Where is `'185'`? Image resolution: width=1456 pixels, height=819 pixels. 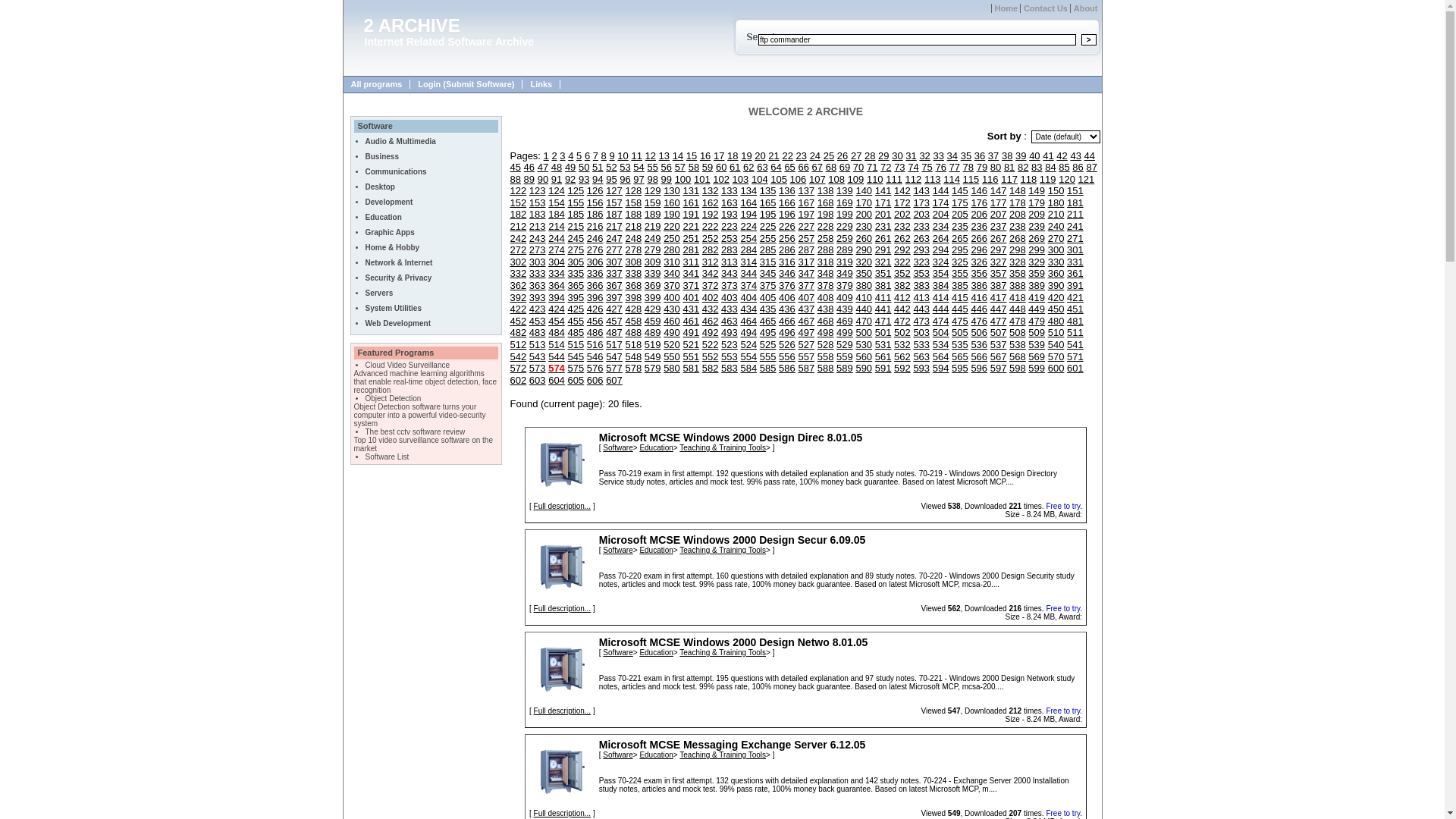
'185' is located at coordinates (574, 214).